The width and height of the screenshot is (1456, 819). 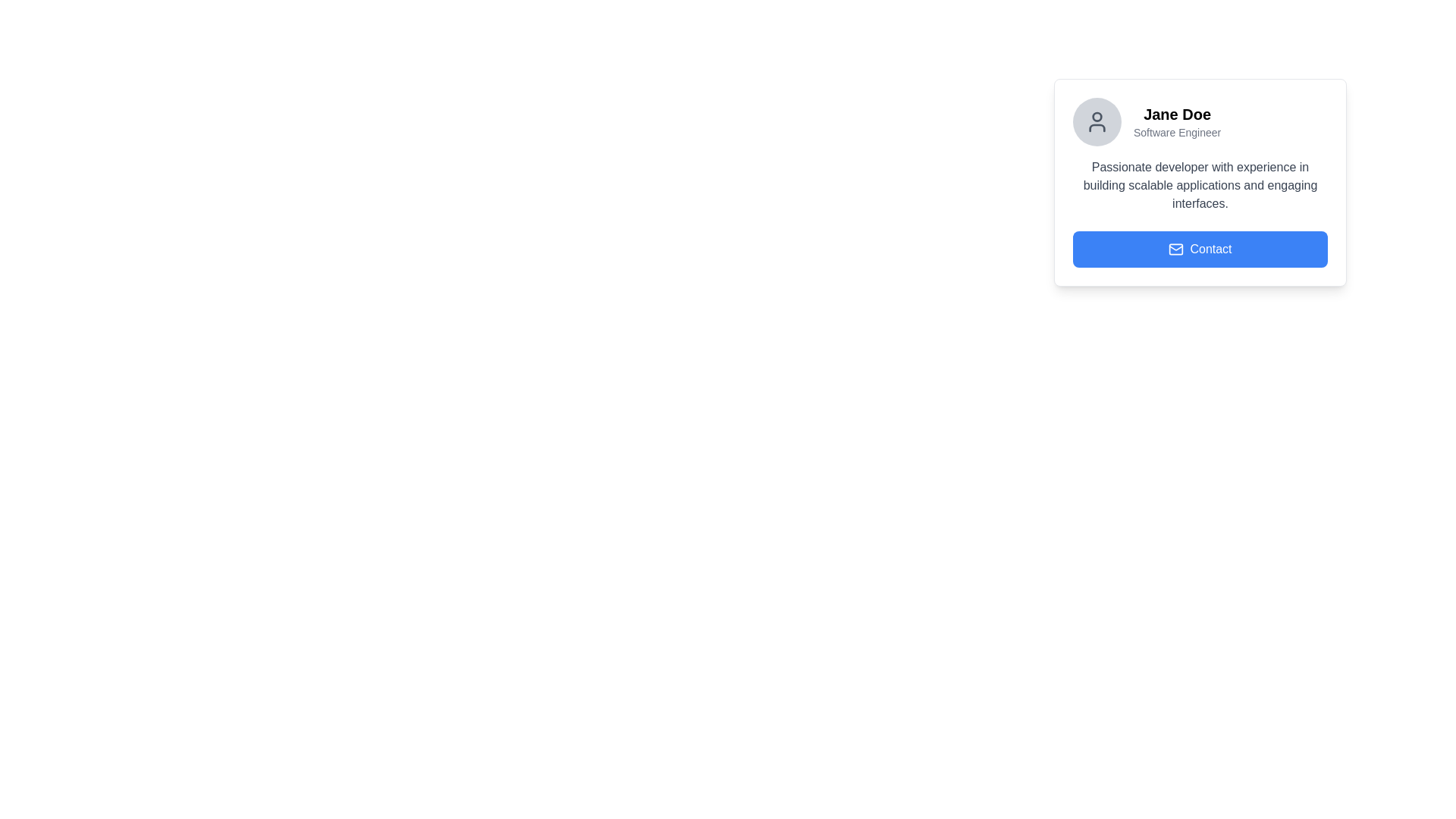 I want to click on the mail icon, which symbolizes an envelope and is located to the left of the 'Contact' text on a blue button at the bottom of the profile card, so click(x=1175, y=248).